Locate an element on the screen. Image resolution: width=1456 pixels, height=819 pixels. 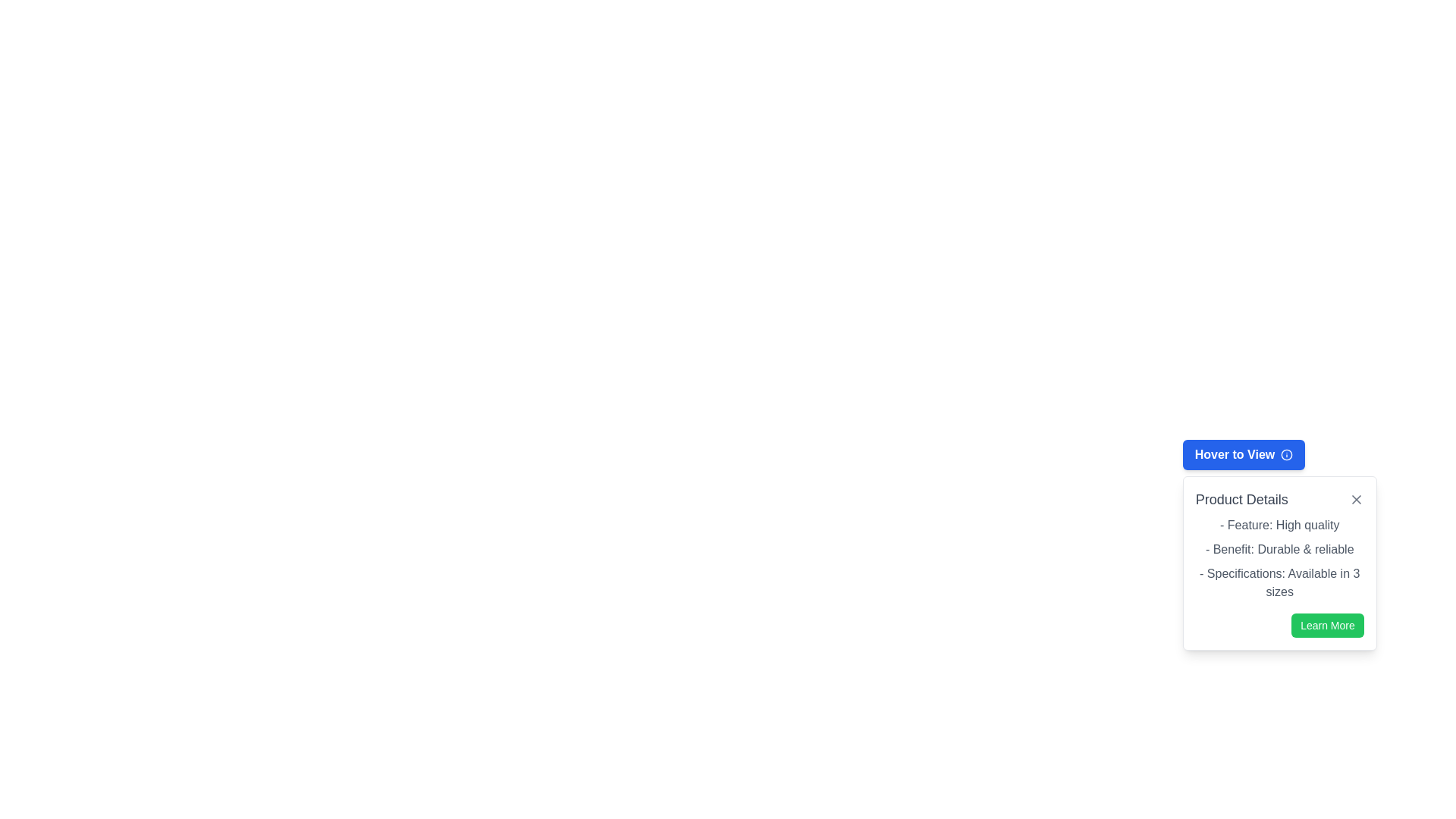
the text element displaying '- Benefit: Durable & reliable', which is the second entry in the 'Product Details' section is located at coordinates (1279, 550).